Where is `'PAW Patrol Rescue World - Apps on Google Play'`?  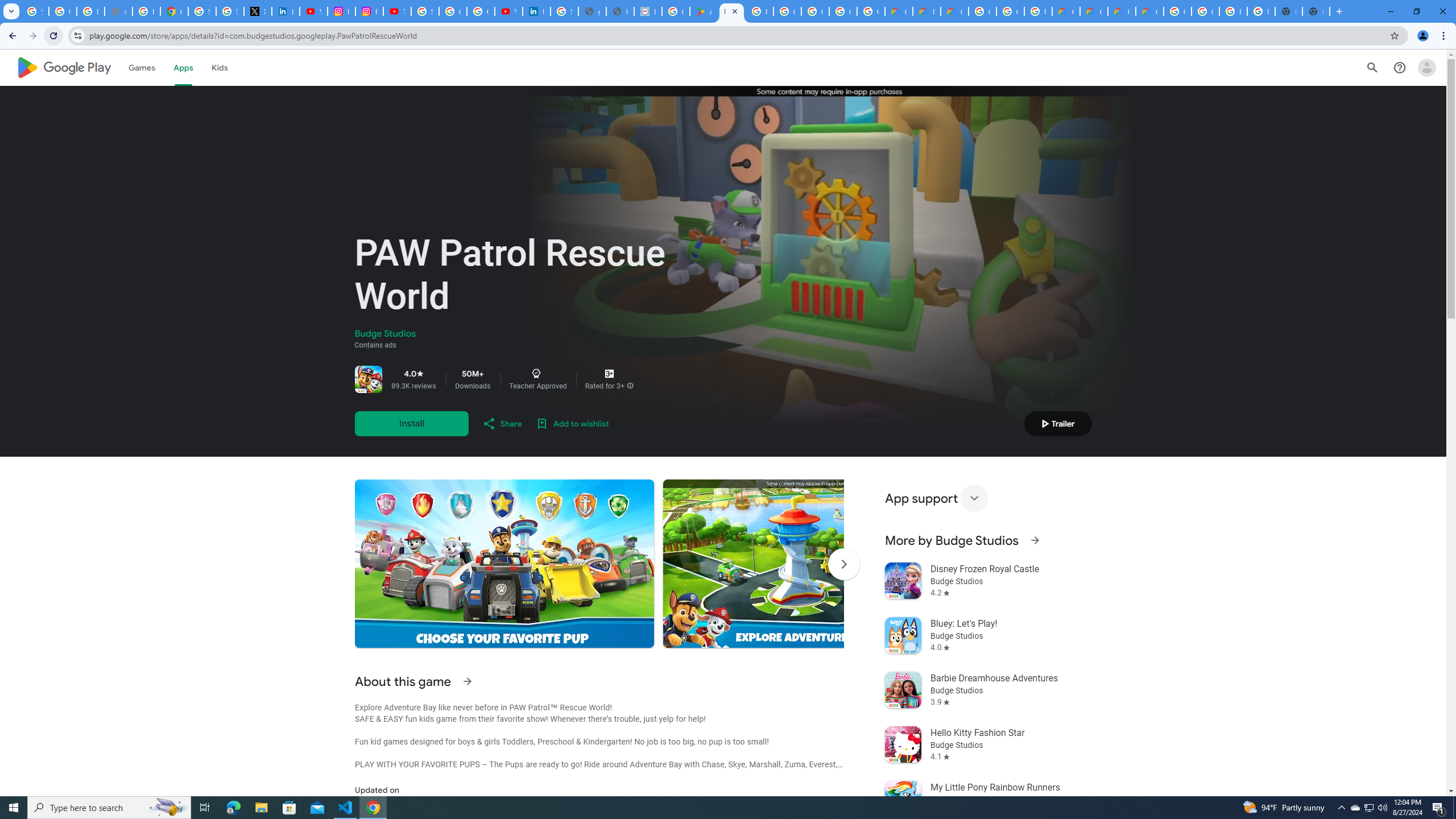
'PAW Patrol Rescue World - Apps on Google Play' is located at coordinates (731, 11).